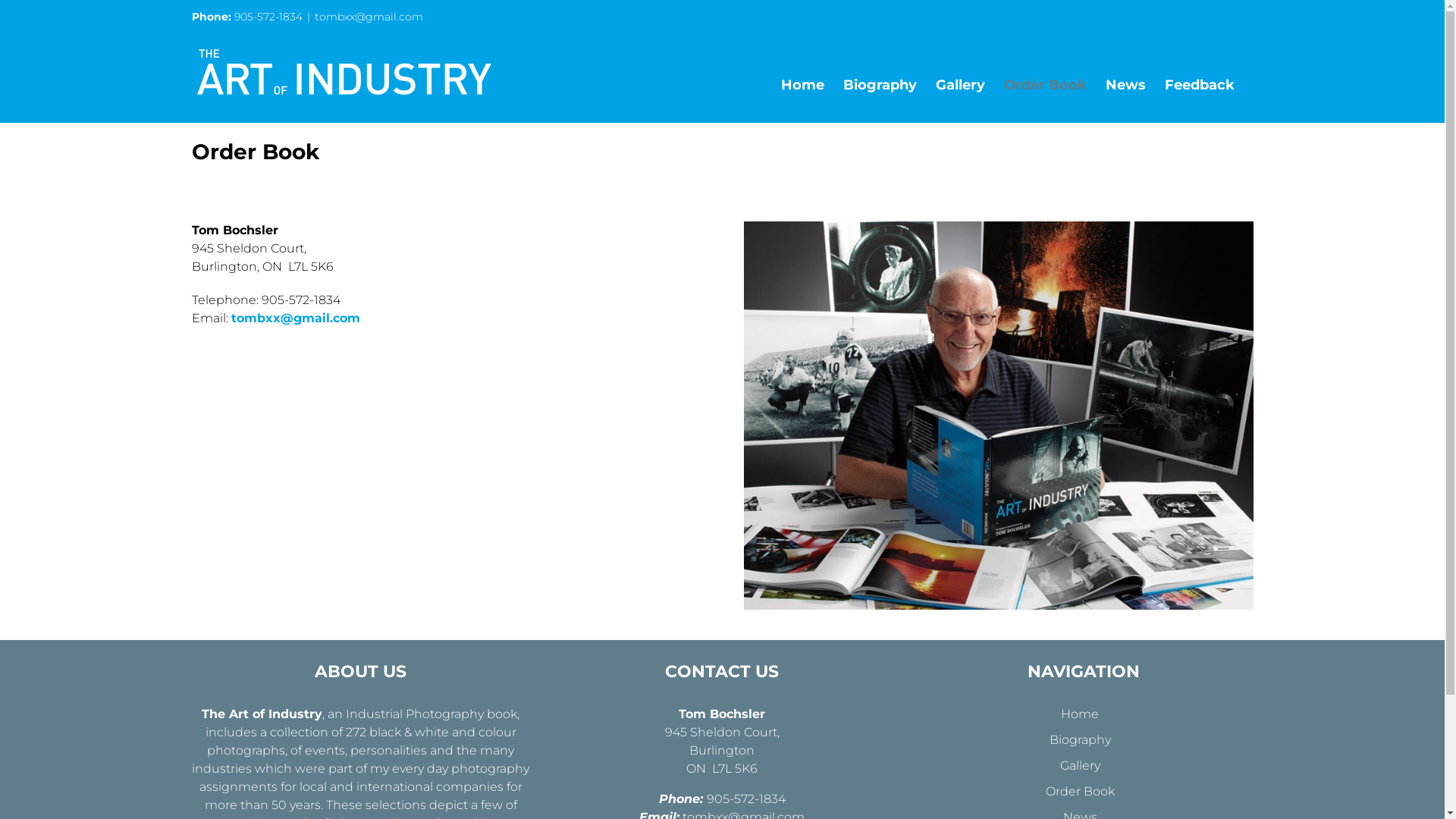 The image size is (1456, 819). I want to click on 'Gallery', so click(1079, 766).